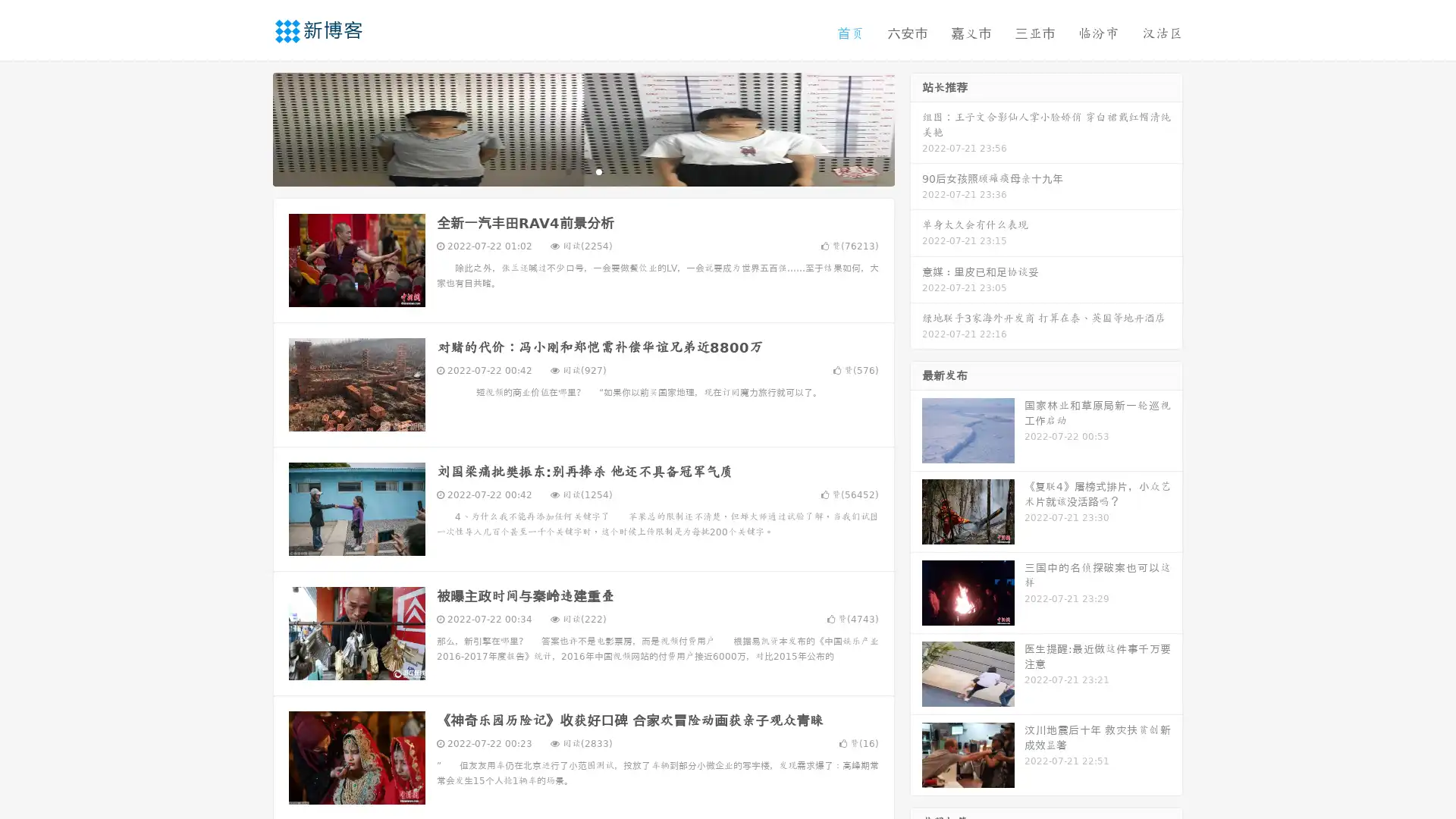 Image resolution: width=1456 pixels, height=819 pixels. What do you see at coordinates (582, 171) in the screenshot?
I see `Go to slide 2` at bounding box center [582, 171].